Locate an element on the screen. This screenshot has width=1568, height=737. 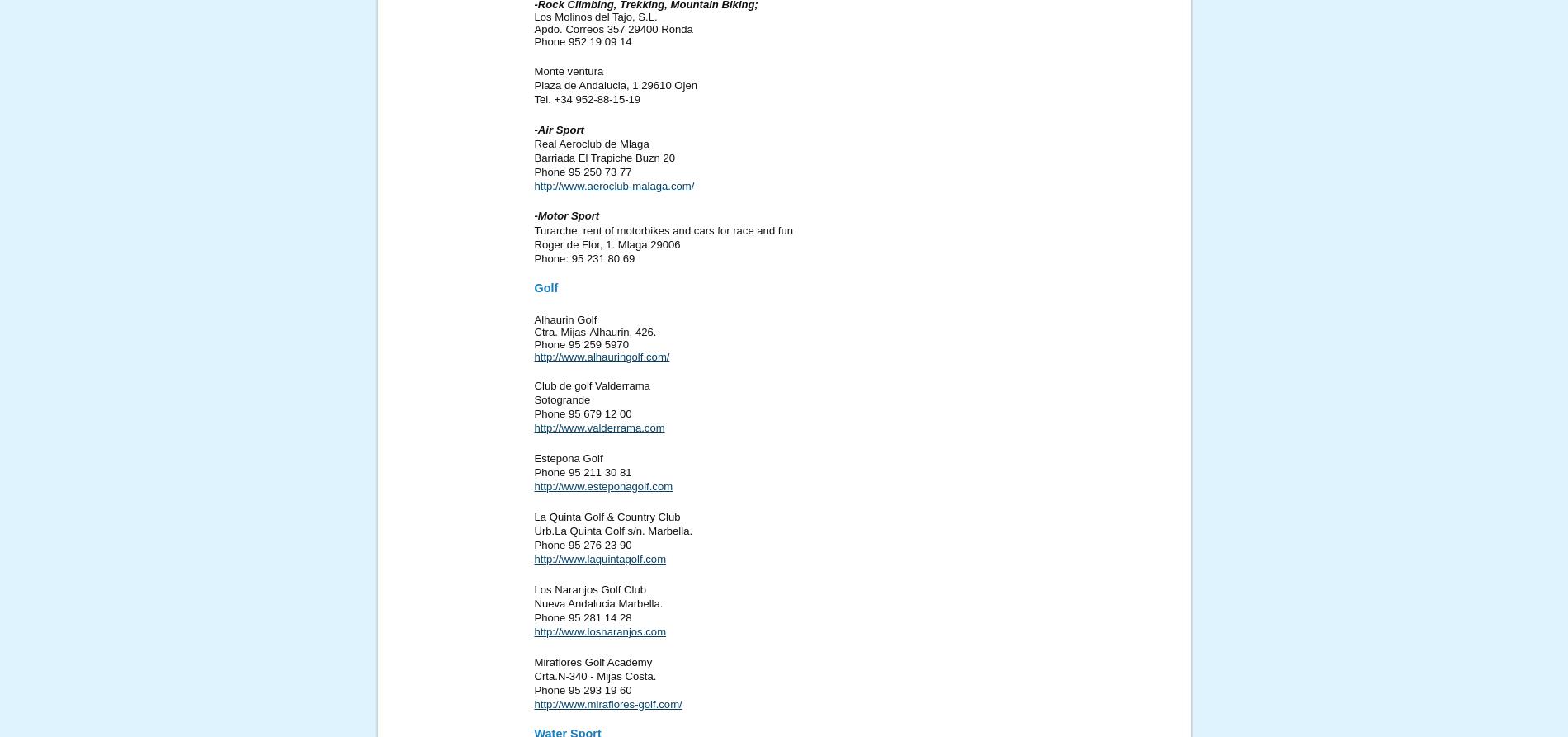
'La Quinta Golf & Country Club' is located at coordinates (606, 516).